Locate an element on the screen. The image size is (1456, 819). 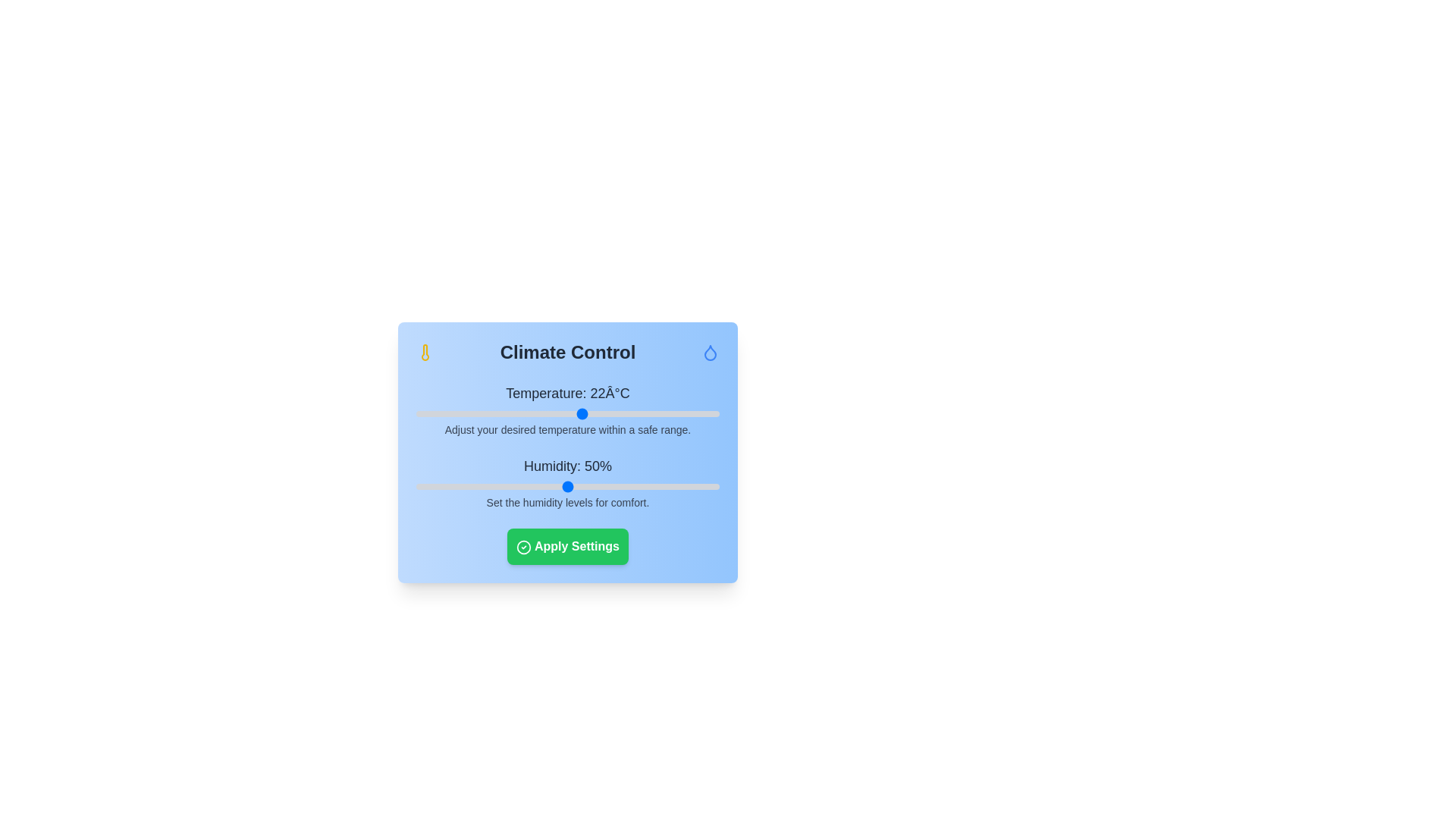
current value and description of the Slidable Range Input Control for humidity adjustment, which is identified by the label 'Humidity: 50%' and its descriptive text 'Set the humidity levels for comfort.' is located at coordinates (566, 482).